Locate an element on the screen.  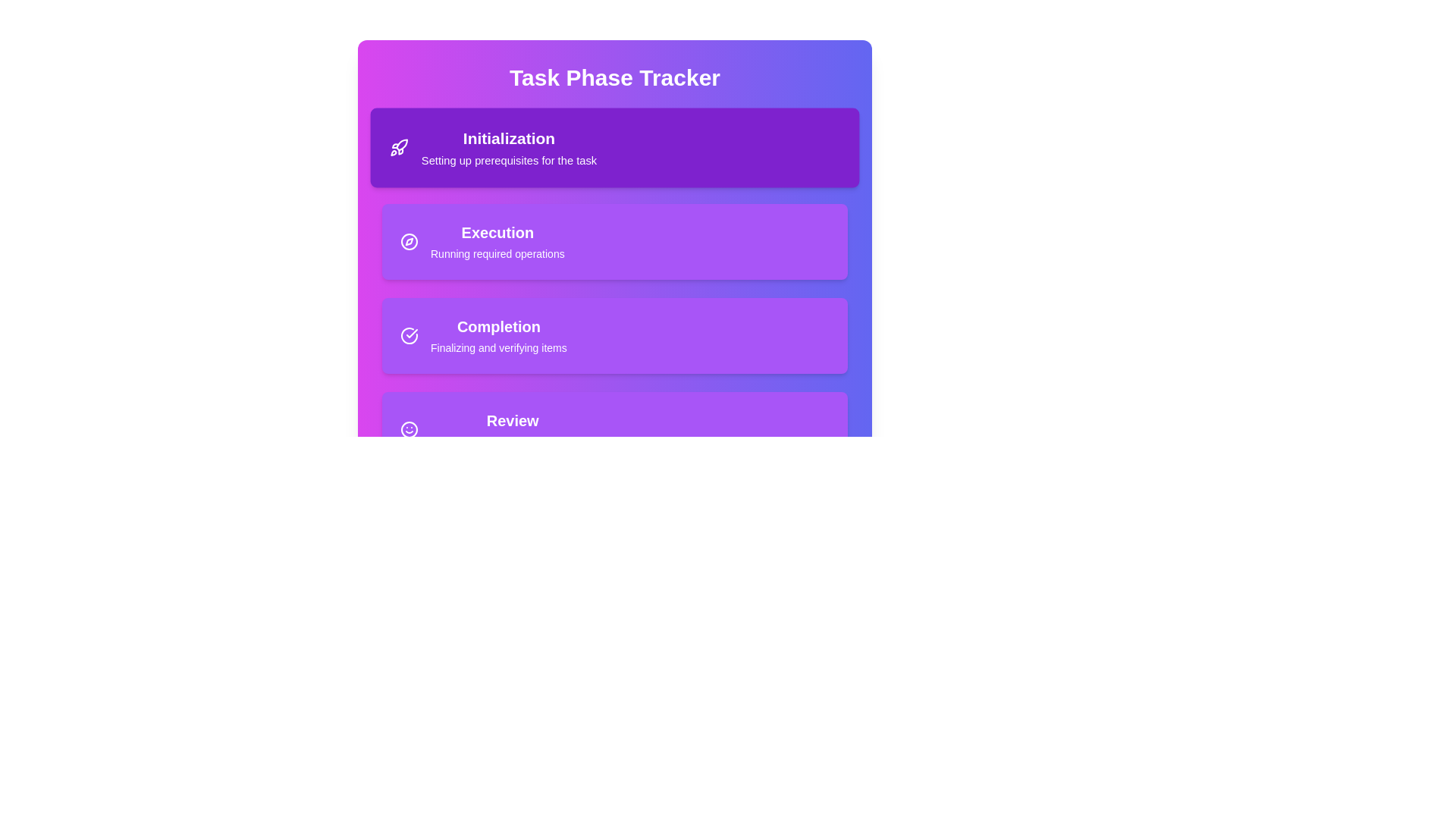
Header text that serves as the title for the interface section, providing context about the phases of a task progression tracker is located at coordinates (615, 78).